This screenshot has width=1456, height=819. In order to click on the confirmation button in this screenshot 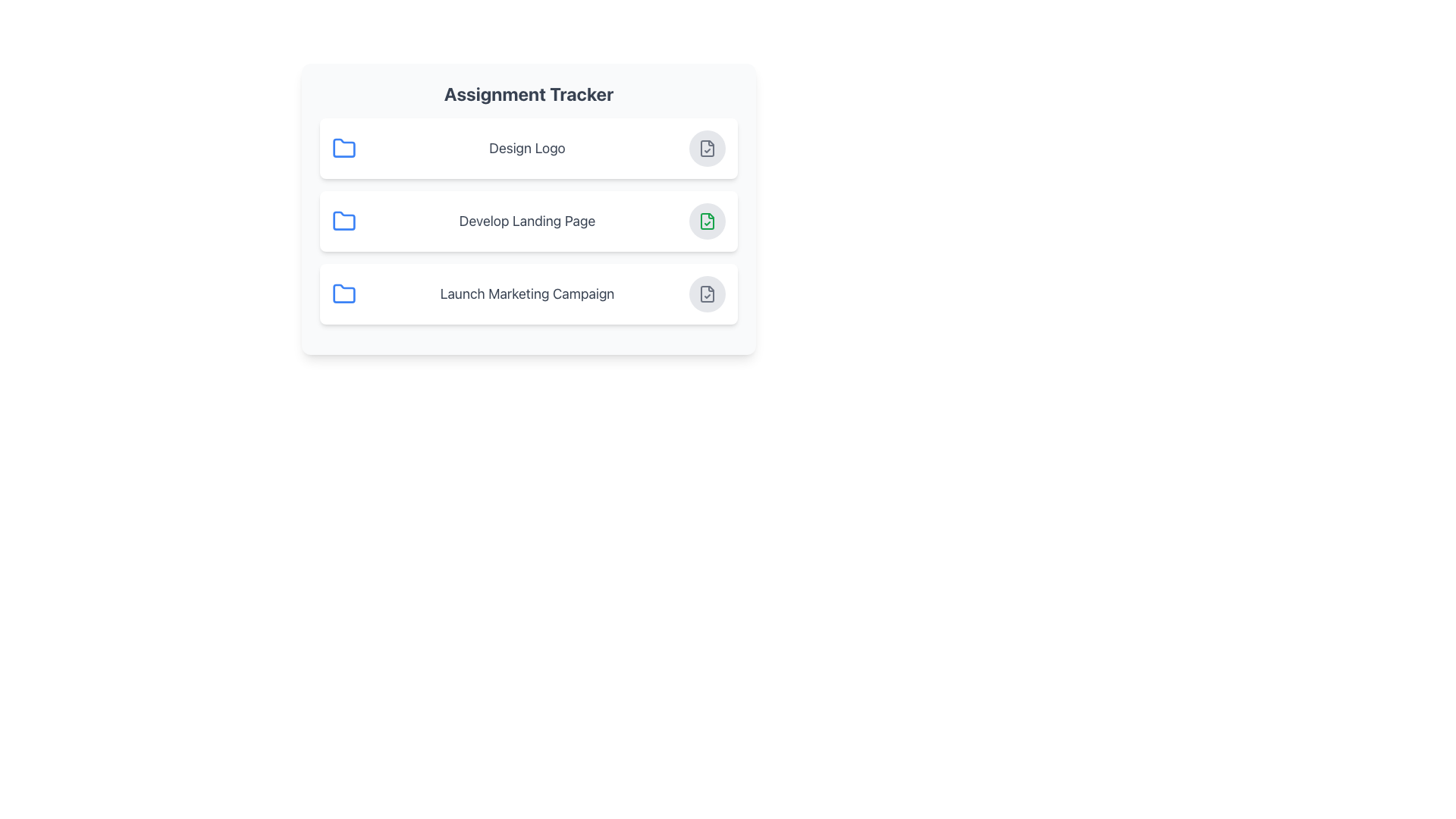, I will do `click(706, 221)`.